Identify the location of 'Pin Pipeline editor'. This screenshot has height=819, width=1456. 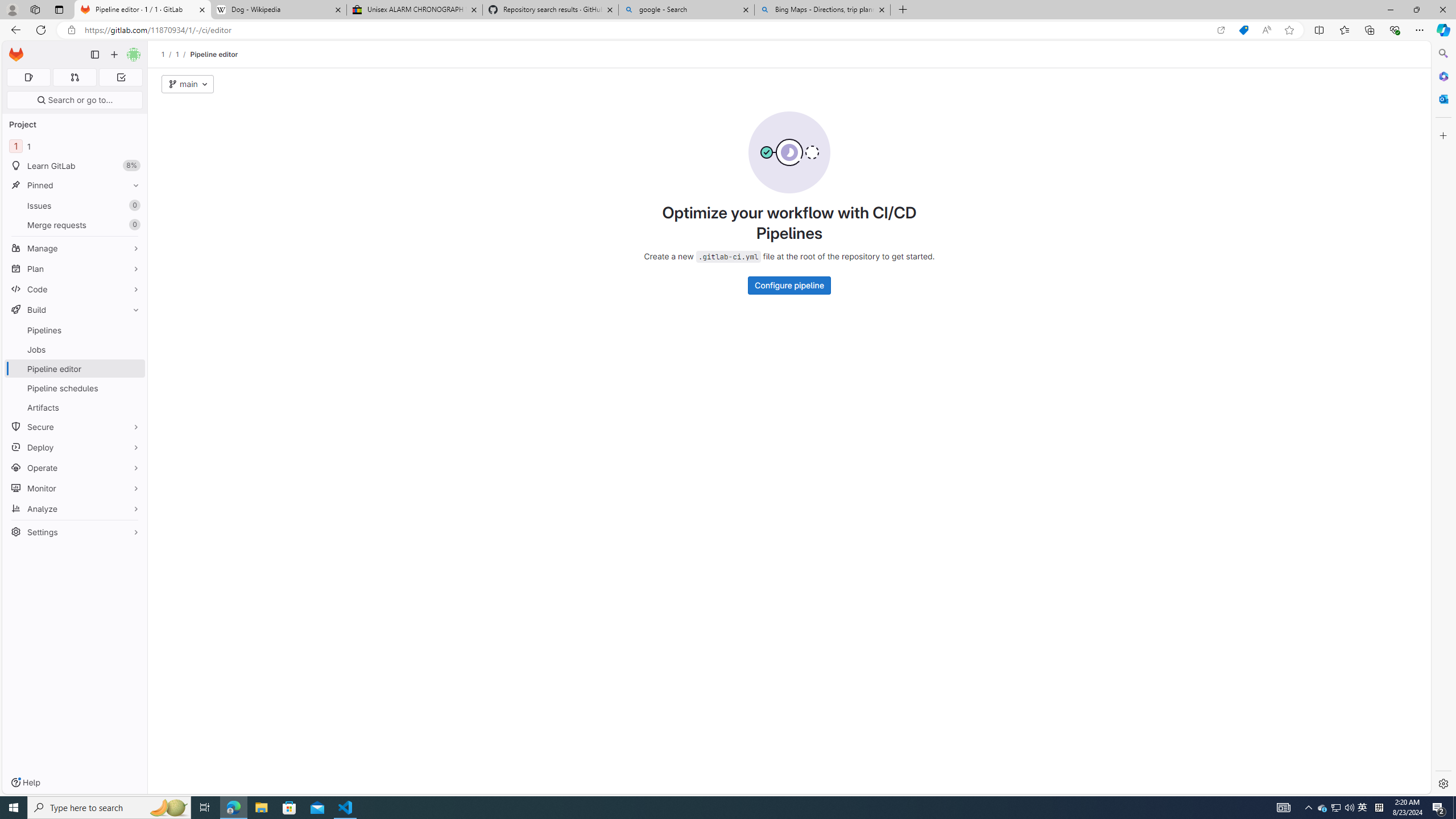
(133, 368).